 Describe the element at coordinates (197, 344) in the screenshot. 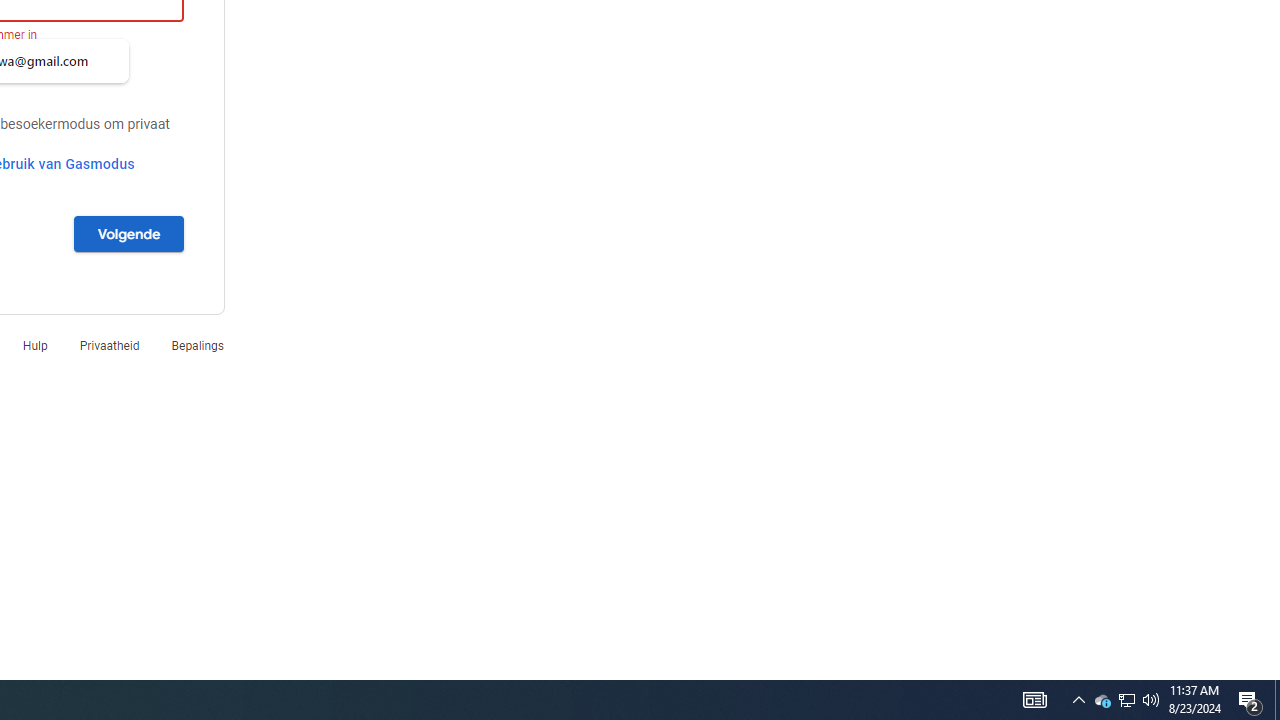

I see `'Bepalings'` at that location.